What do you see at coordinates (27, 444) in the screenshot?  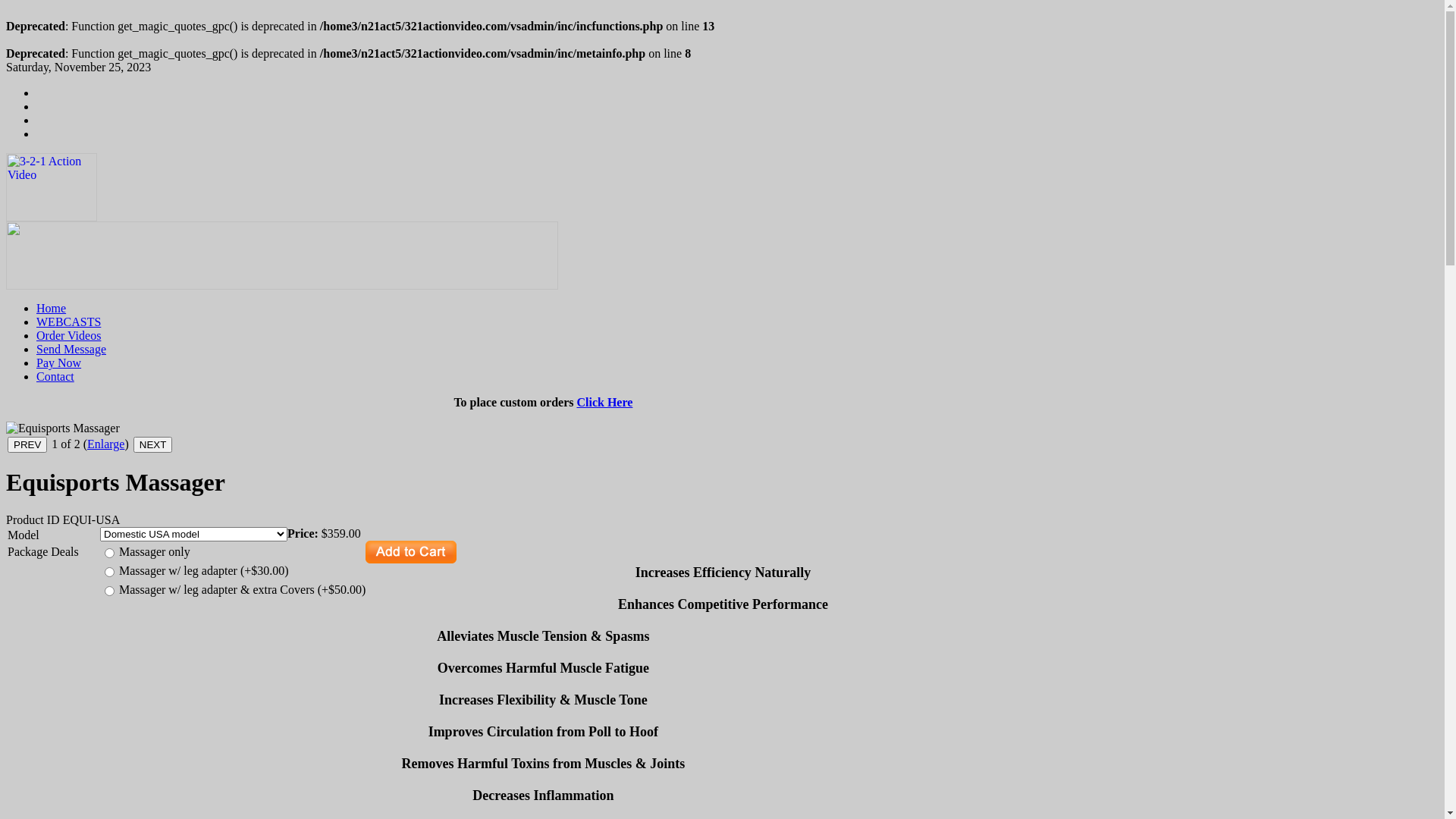 I see `'PREV'` at bounding box center [27, 444].